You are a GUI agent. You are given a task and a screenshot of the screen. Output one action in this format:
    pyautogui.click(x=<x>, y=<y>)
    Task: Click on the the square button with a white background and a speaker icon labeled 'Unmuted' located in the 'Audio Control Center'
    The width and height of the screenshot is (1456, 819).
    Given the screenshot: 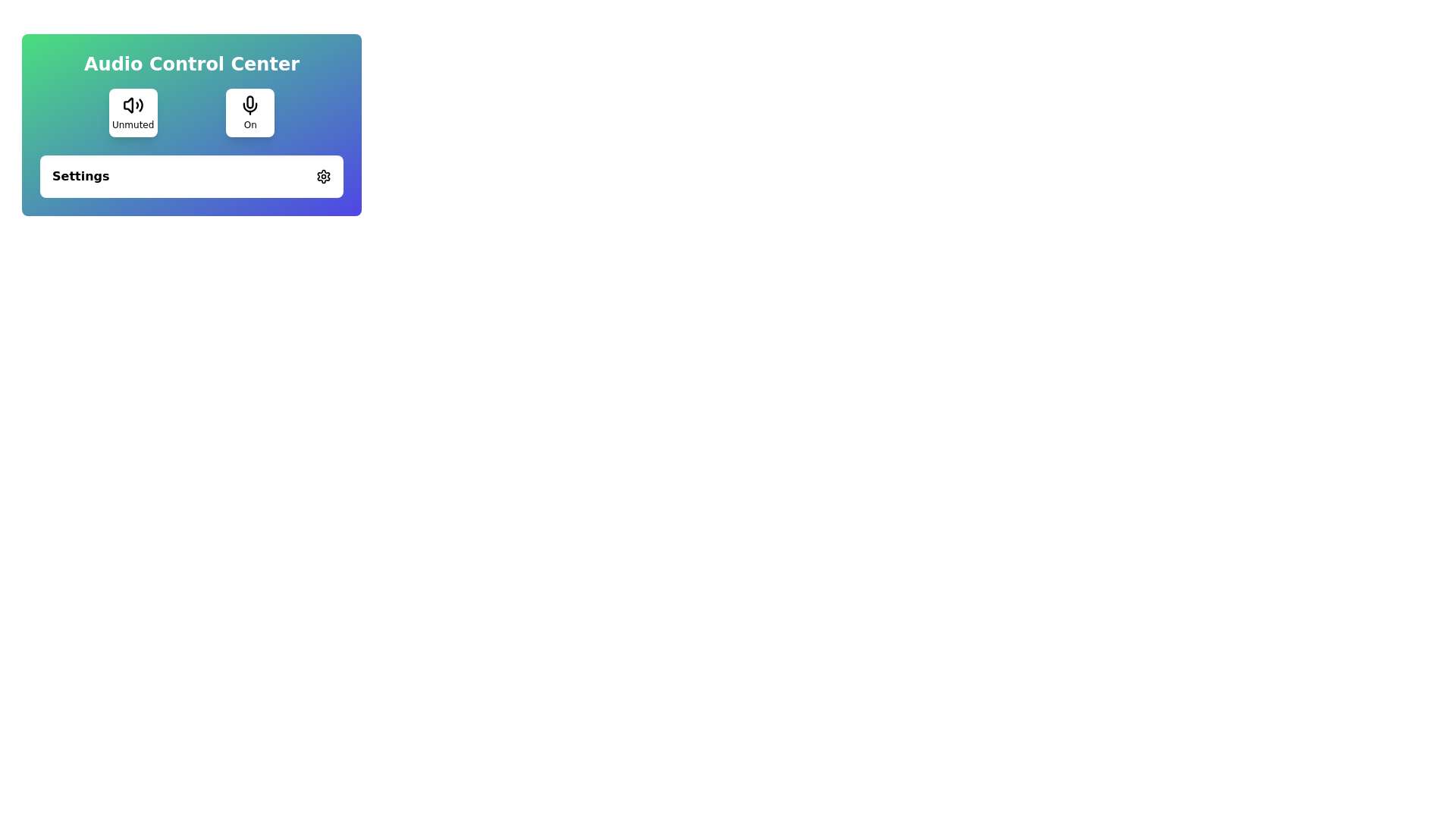 What is the action you would take?
    pyautogui.click(x=133, y=112)
    